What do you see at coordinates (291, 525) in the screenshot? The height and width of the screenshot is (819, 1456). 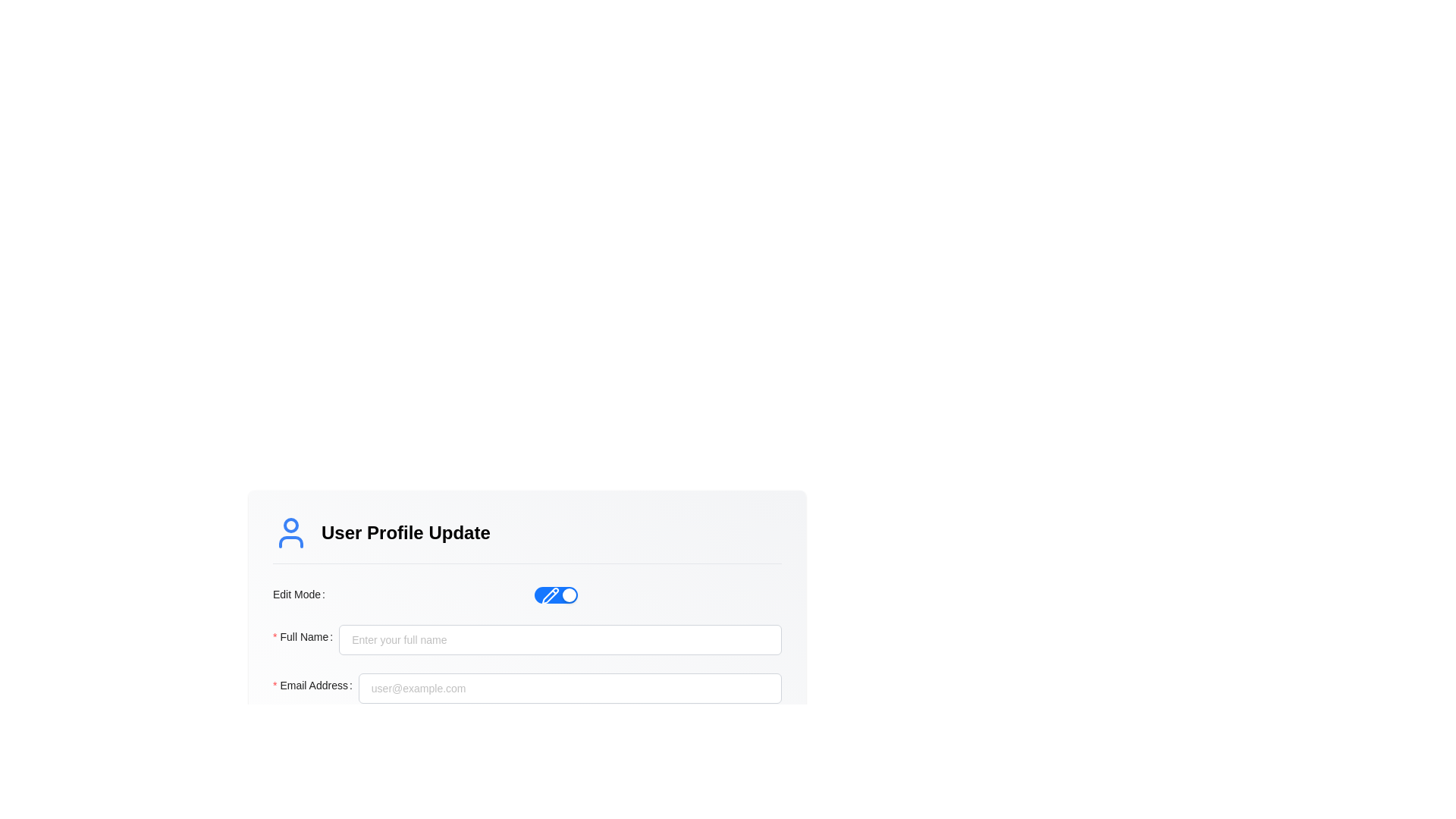 I see `the decorative circle element within the user profile icon, which represents the head in the user profile update section` at bounding box center [291, 525].